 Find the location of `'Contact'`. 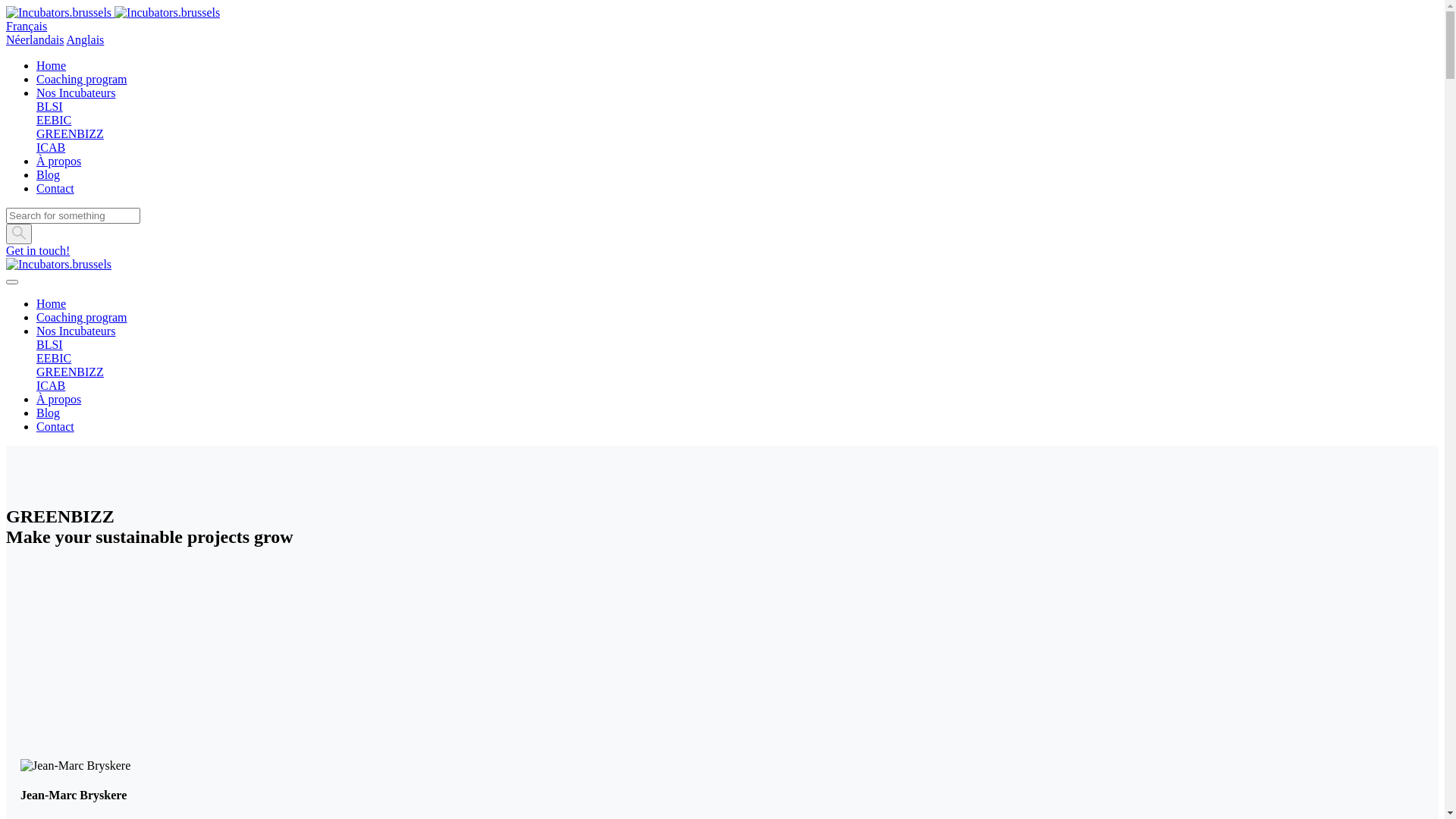

'Contact' is located at coordinates (55, 187).